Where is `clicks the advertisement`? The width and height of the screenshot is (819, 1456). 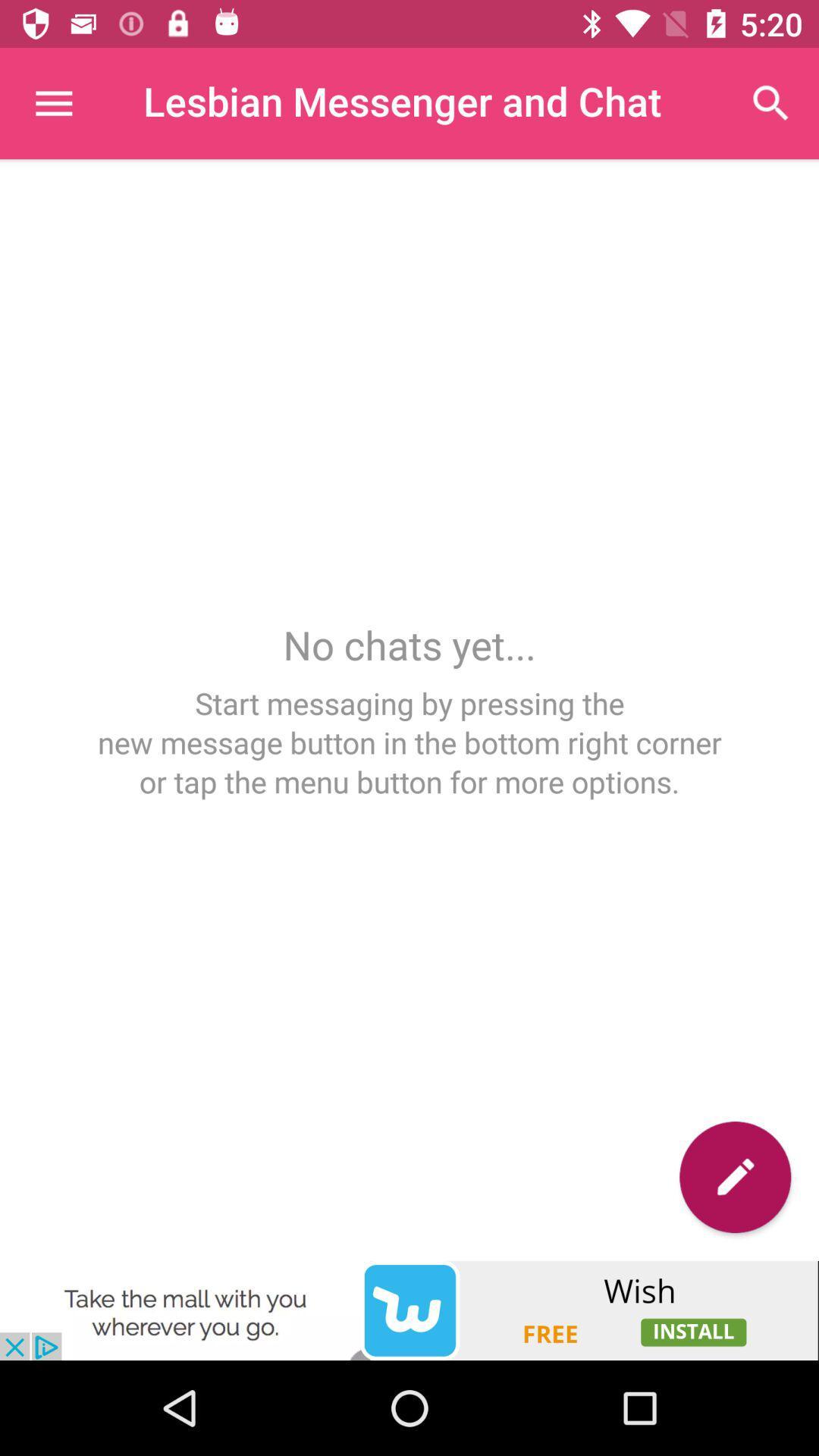 clicks the advertisement is located at coordinates (409, 1310).